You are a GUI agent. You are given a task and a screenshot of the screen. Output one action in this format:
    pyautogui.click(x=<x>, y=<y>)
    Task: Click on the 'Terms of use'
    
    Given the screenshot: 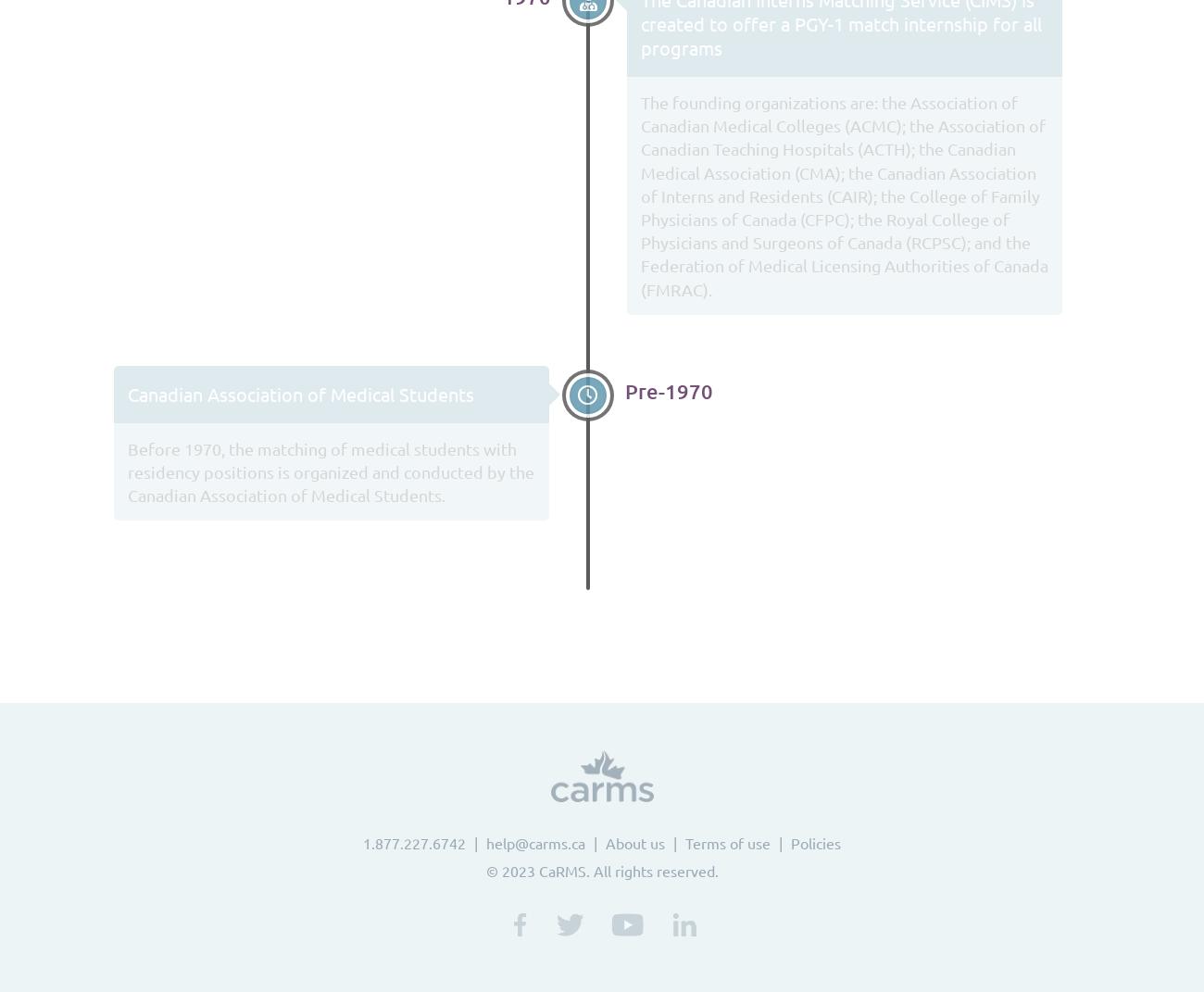 What is the action you would take?
    pyautogui.click(x=726, y=843)
    